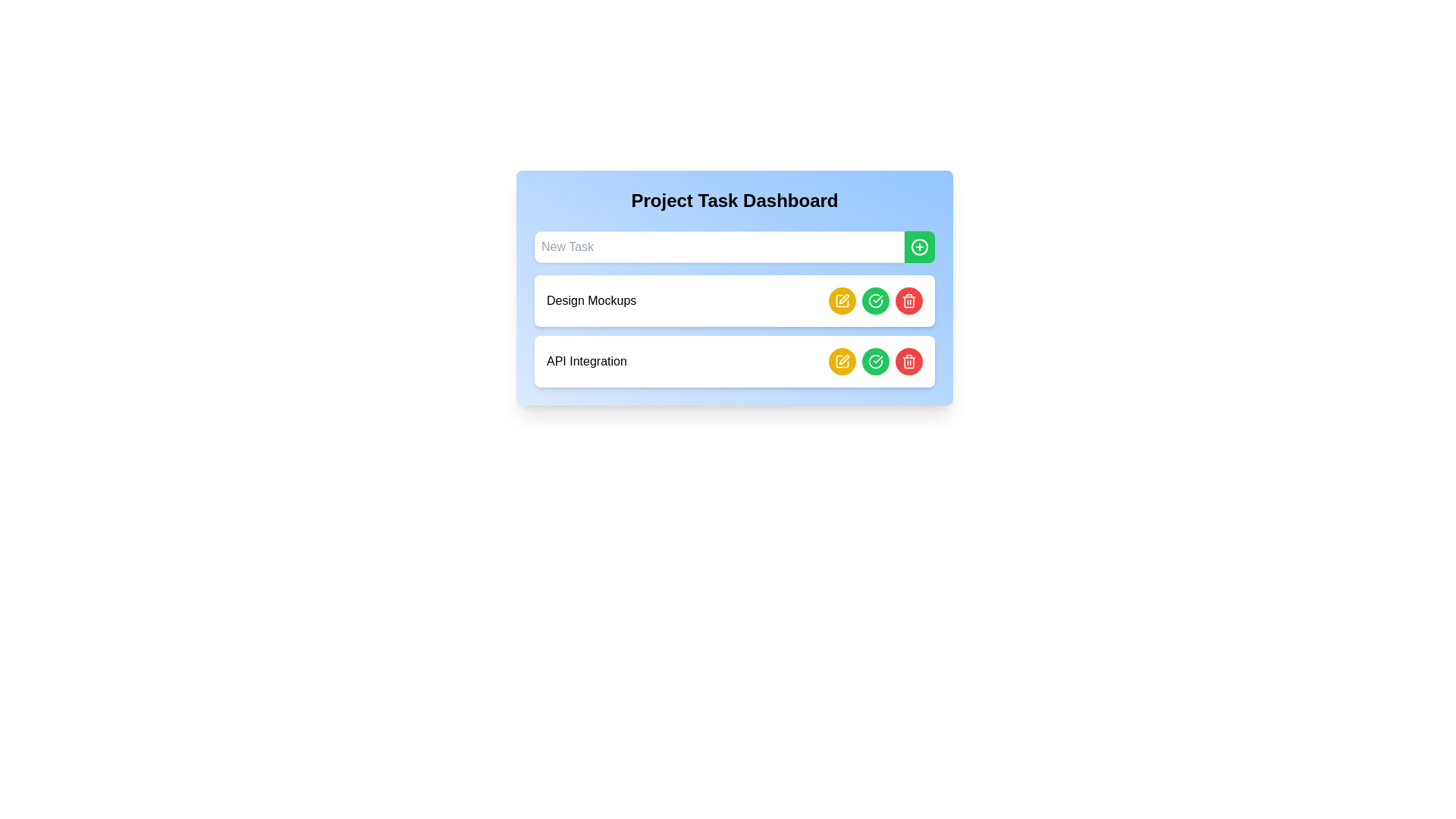 The image size is (1456, 819). I want to click on the trashcan icon button with a red circular background, so click(909, 362).